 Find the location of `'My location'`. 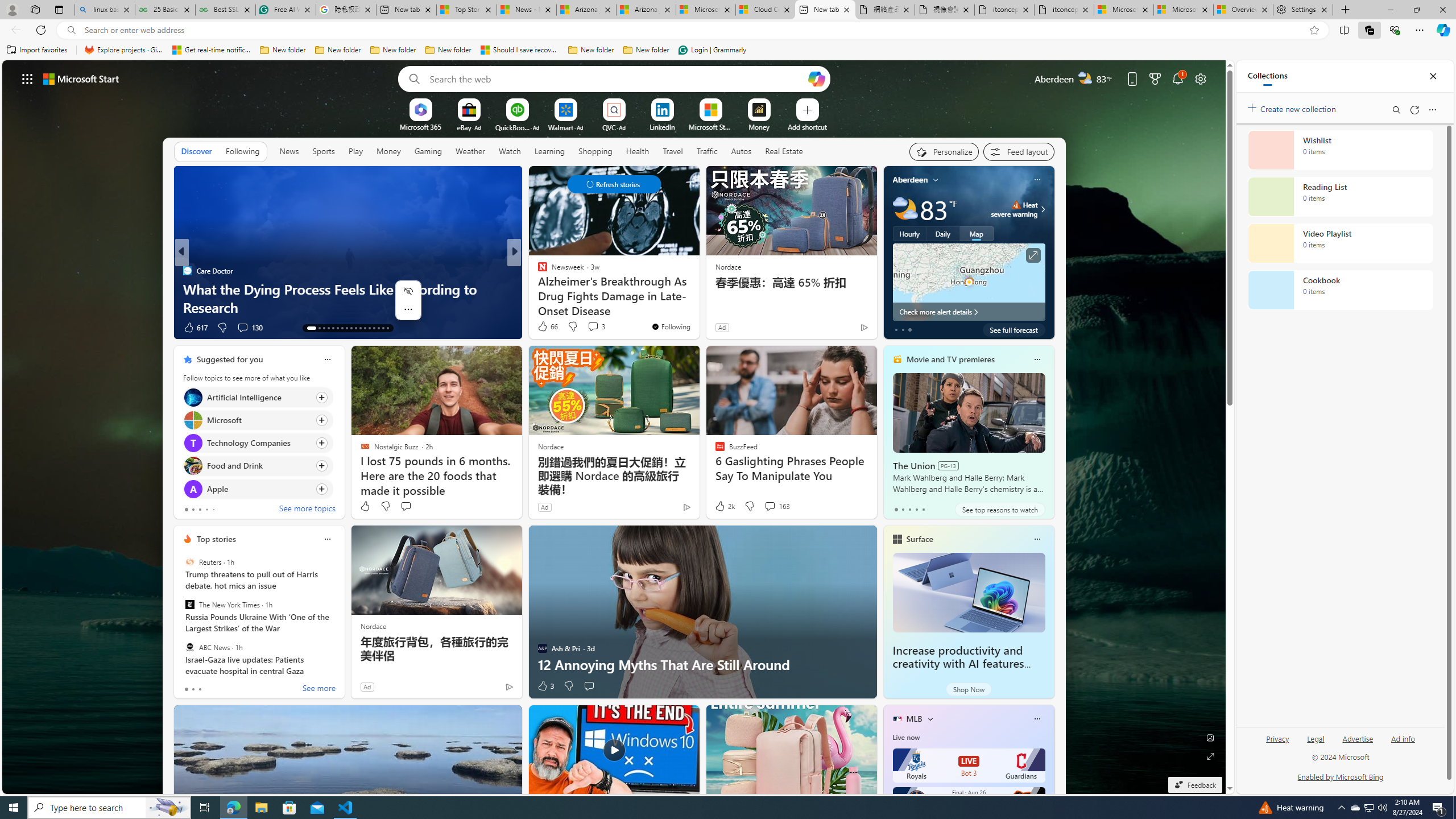

'My location' is located at coordinates (936, 179).